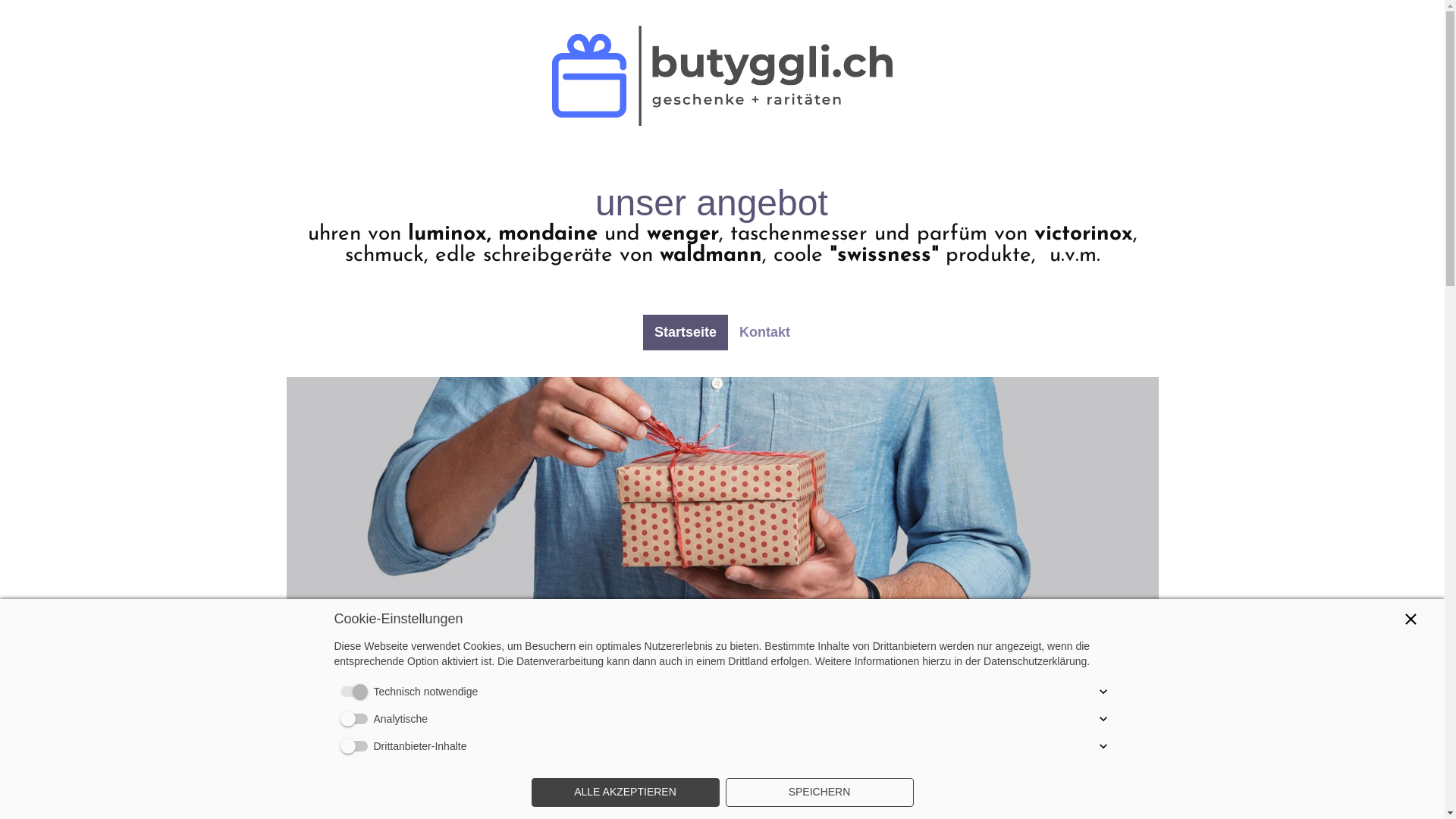 This screenshot has height=819, width=1456. Describe the element at coordinates (684, 331) in the screenshot. I see `'Startseite'` at that location.